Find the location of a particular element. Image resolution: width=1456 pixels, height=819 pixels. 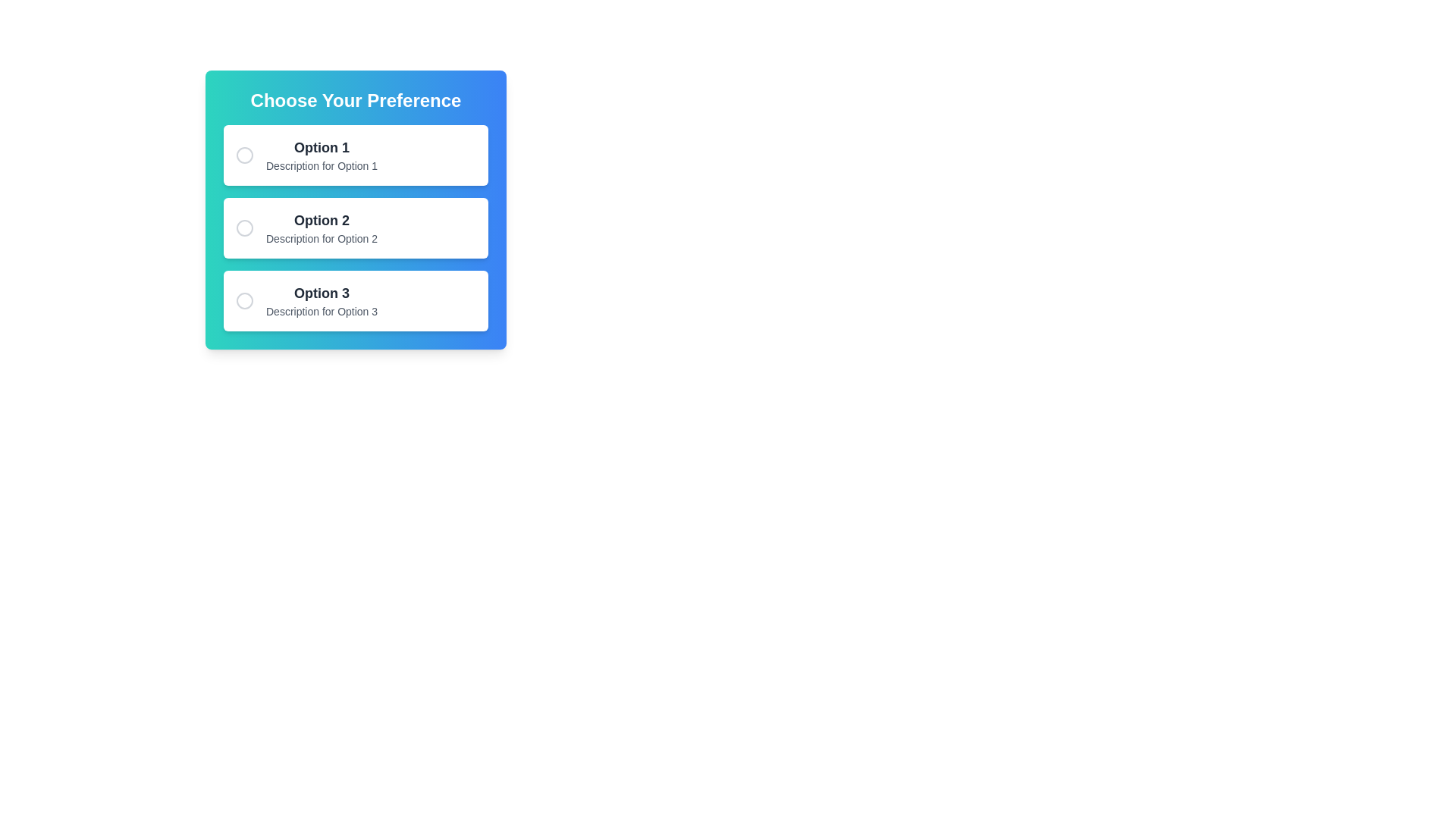

the first selectable option box with a radio button labeled 'Option 1' is located at coordinates (355, 155).